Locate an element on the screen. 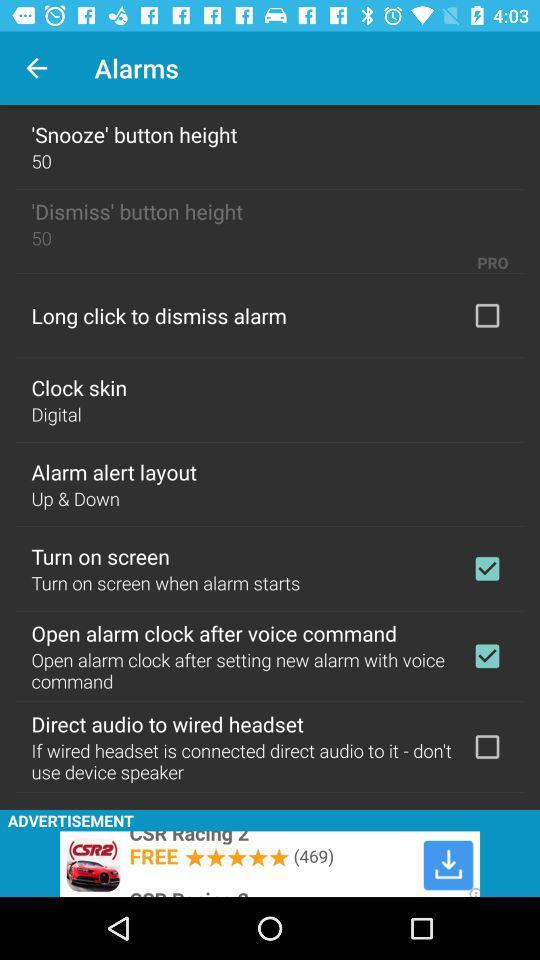 The height and width of the screenshot is (960, 540). tick option is located at coordinates (486, 655).